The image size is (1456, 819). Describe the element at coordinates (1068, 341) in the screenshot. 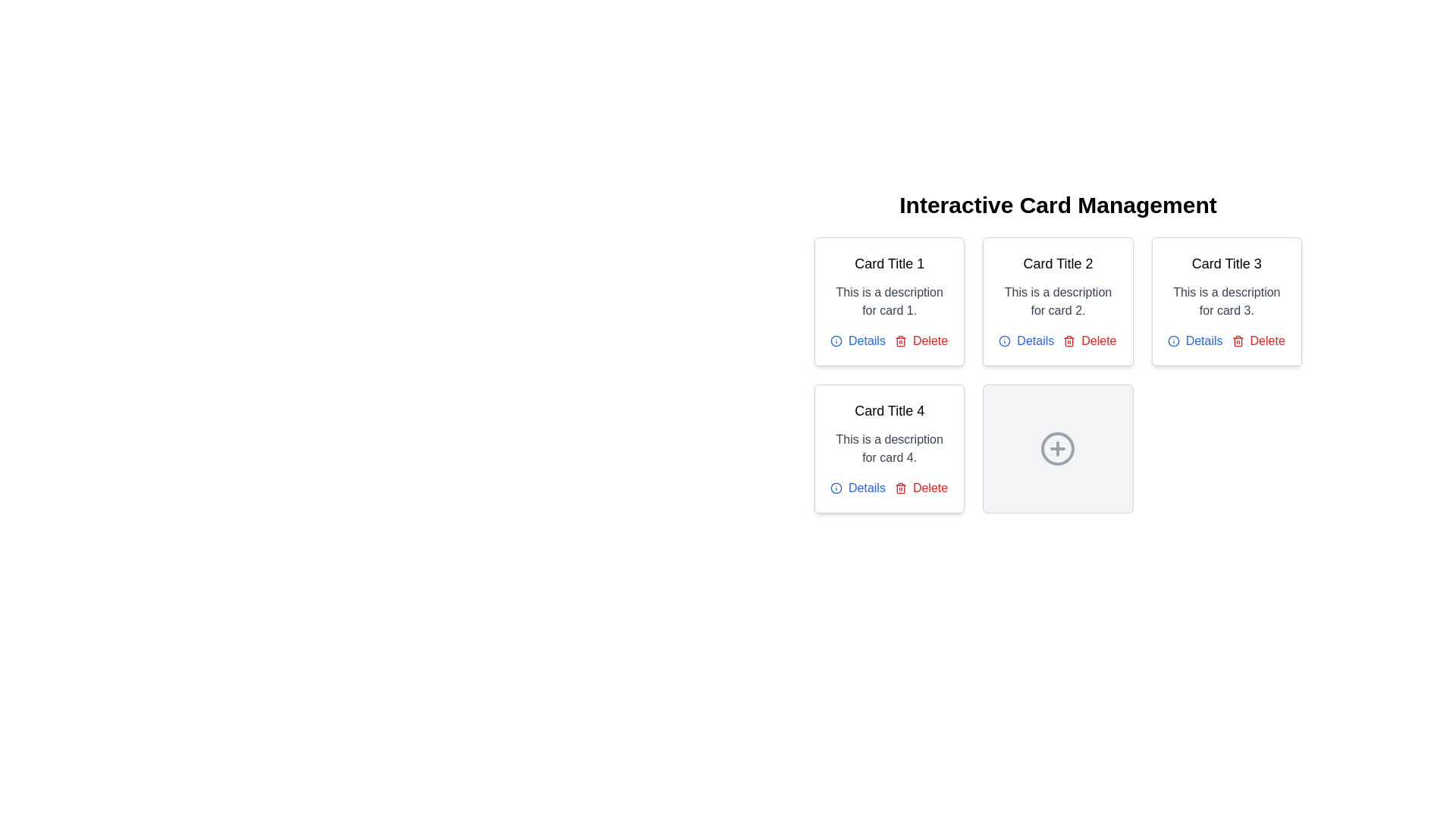

I see `the red trash can icon` at that location.